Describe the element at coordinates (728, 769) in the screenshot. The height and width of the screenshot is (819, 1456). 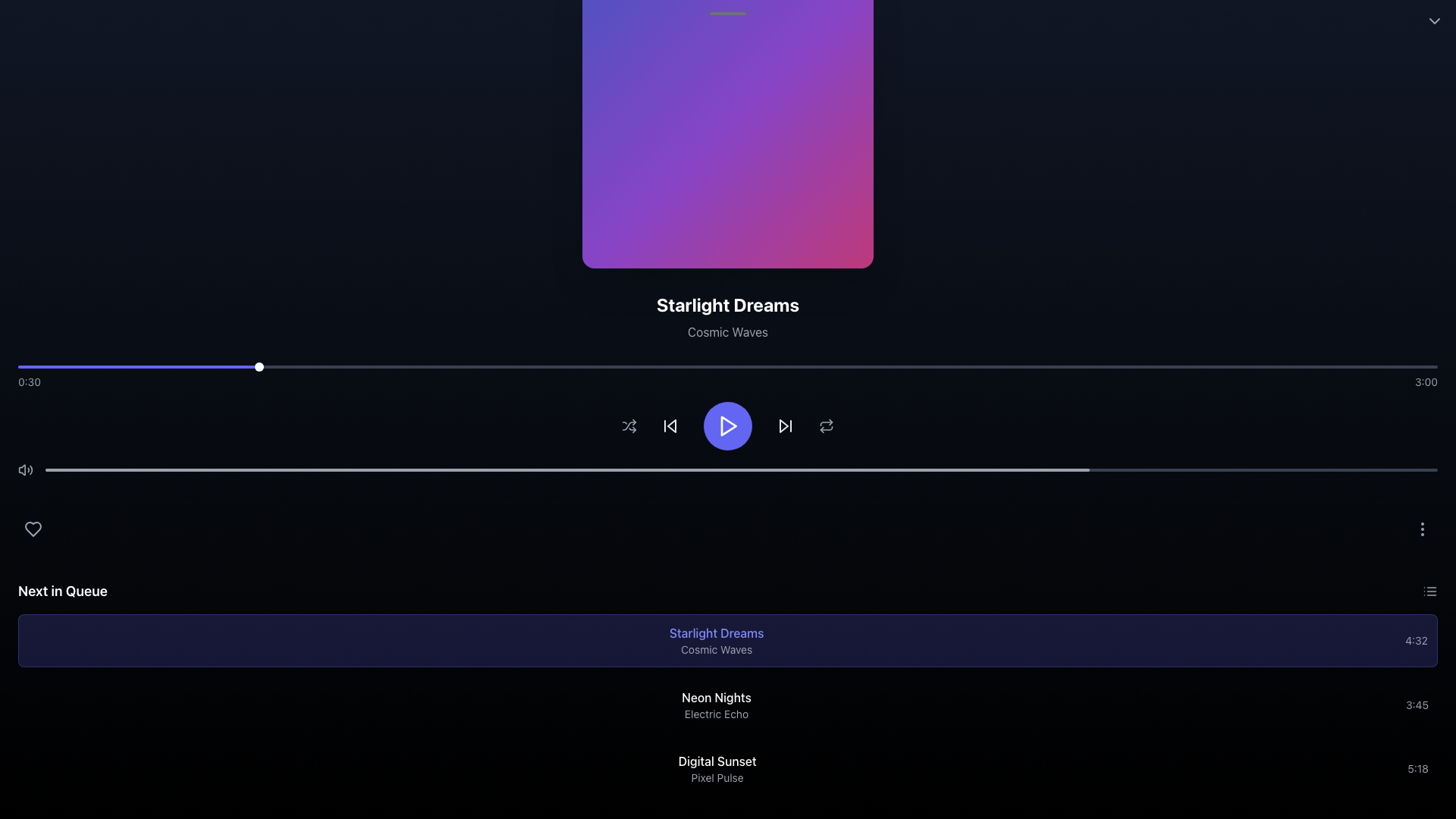
I see `the third item in the 'Next in Queue' group of the media playlist, which displays the title and subtitle of the media content along with its duration` at that location.